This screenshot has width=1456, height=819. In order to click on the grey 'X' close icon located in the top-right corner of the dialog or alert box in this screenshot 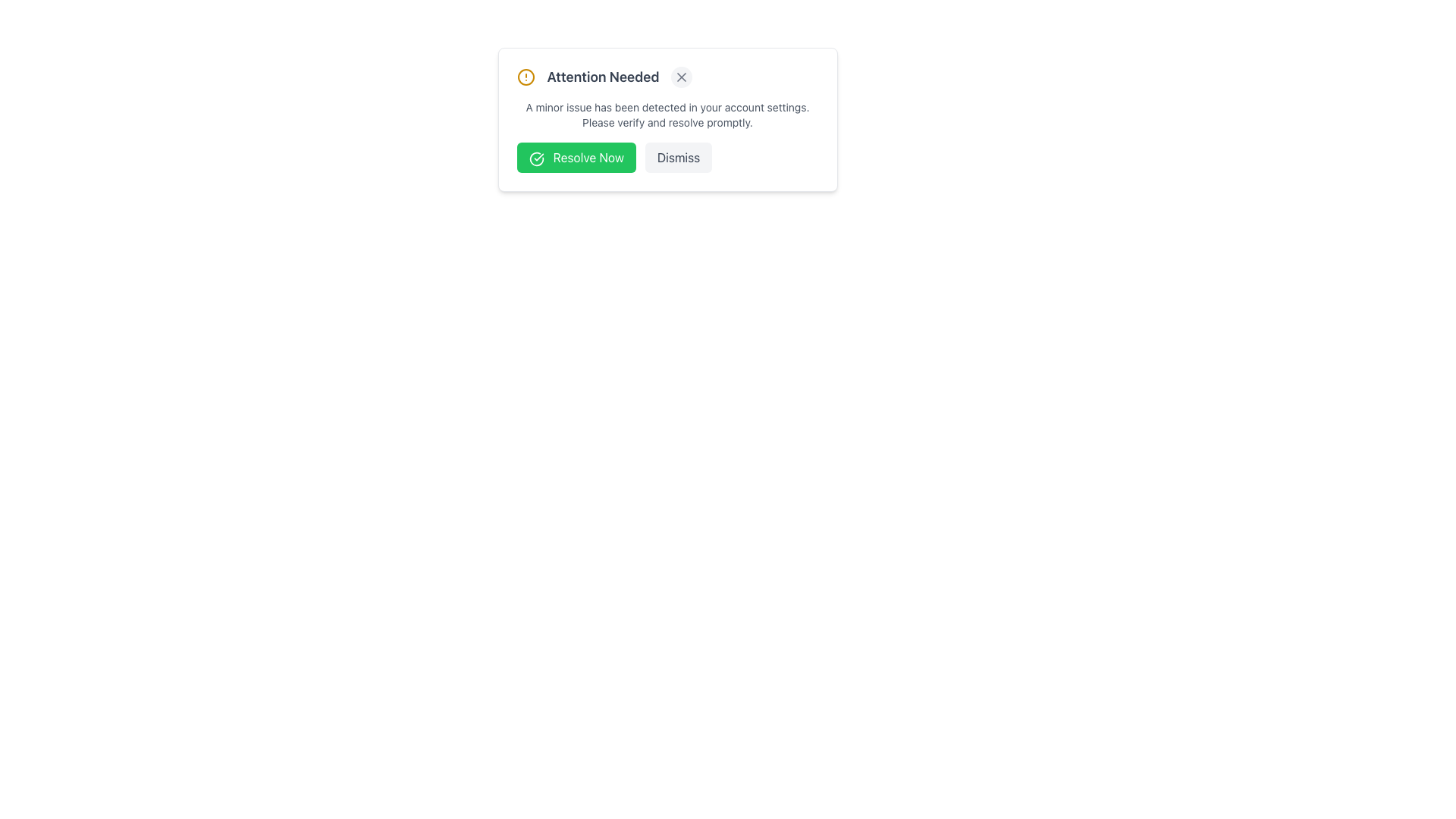, I will do `click(681, 77)`.